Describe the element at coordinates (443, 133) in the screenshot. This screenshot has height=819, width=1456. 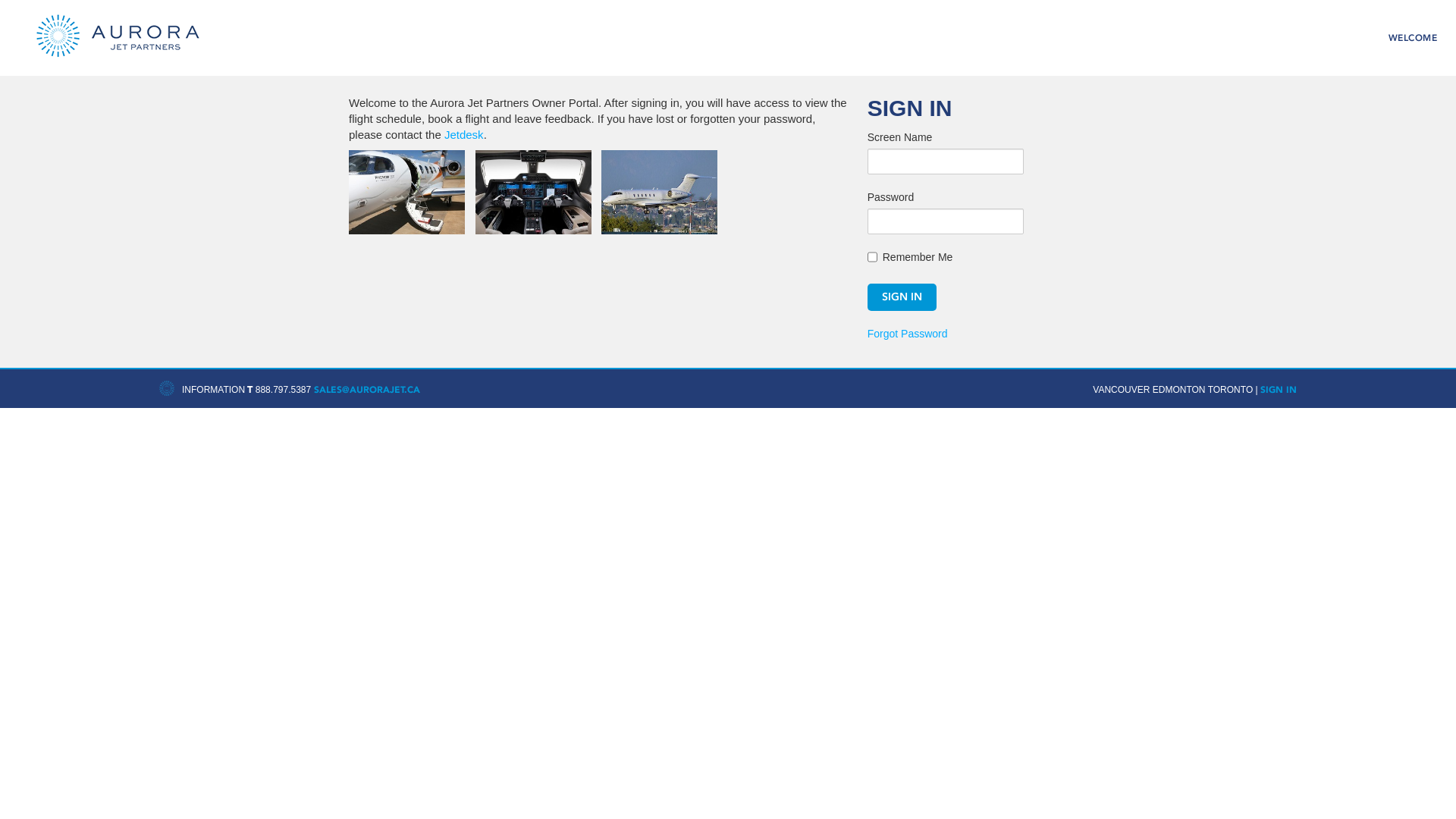
I see `'Jetdesk'` at that location.